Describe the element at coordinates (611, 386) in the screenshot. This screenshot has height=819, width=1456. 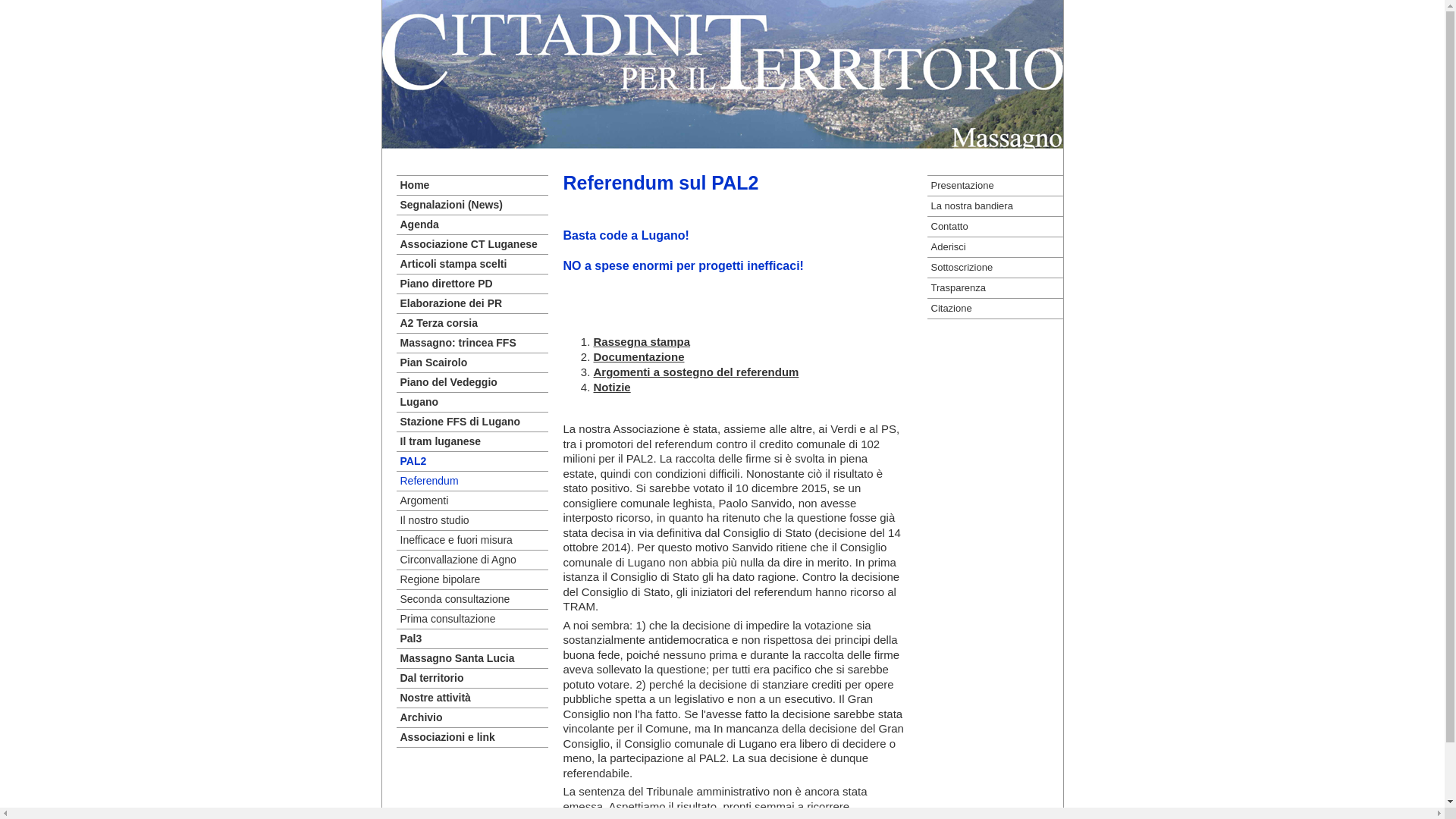
I see `'Notizie'` at that location.